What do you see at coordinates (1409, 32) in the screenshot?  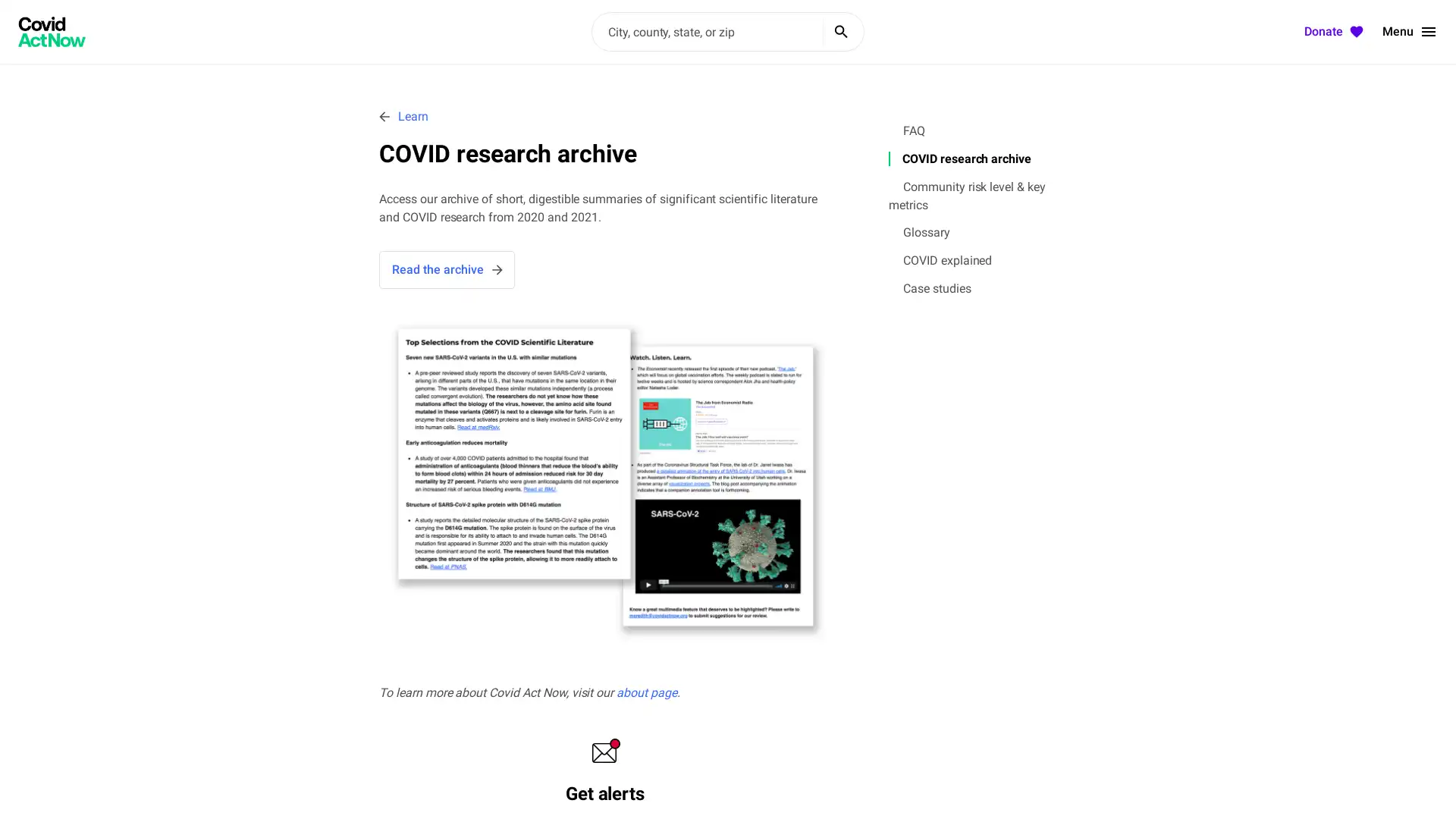 I see `Menu` at bounding box center [1409, 32].